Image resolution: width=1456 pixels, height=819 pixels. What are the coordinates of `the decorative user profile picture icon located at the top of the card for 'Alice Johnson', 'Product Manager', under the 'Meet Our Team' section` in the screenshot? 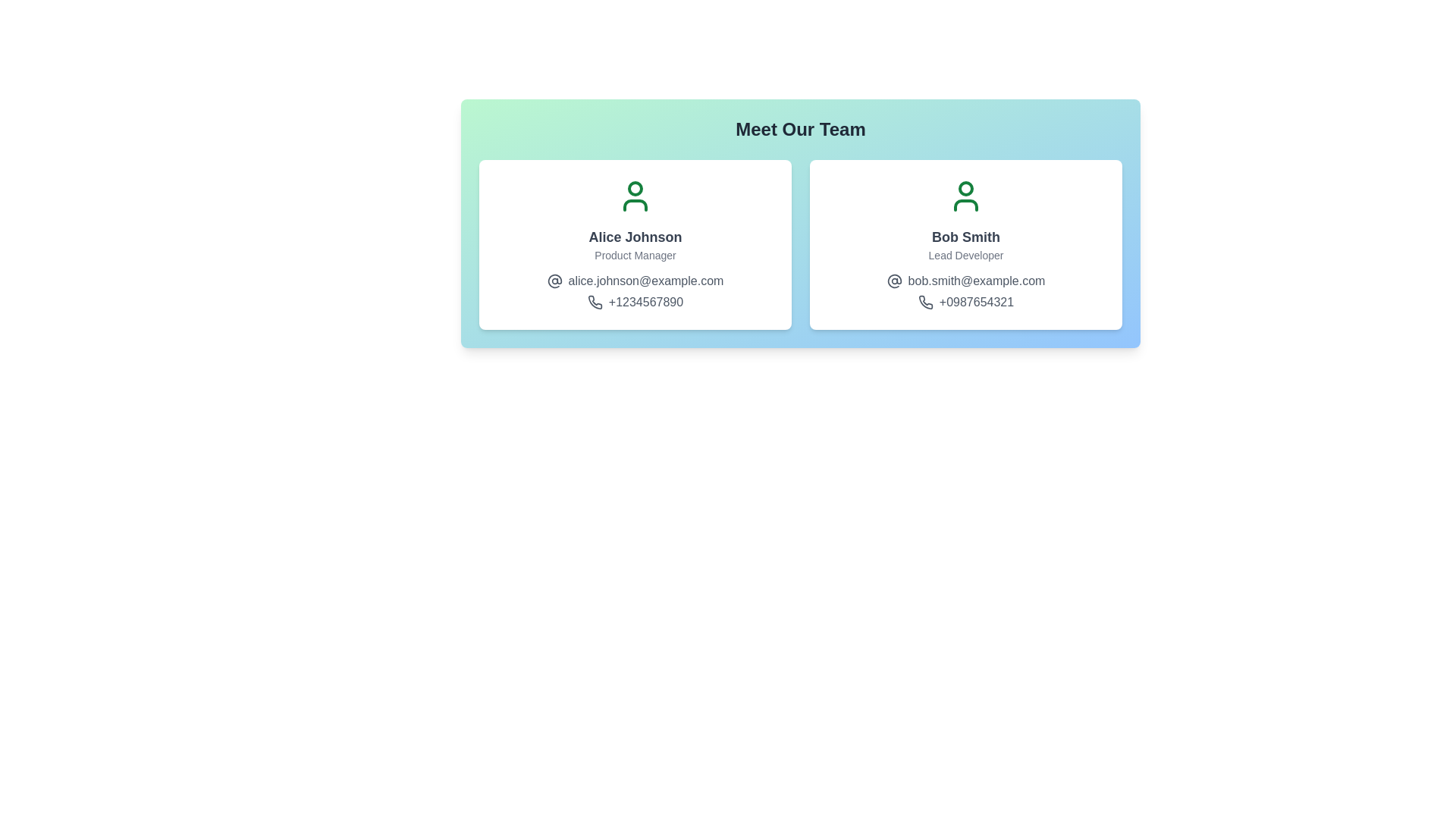 It's located at (635, 195).